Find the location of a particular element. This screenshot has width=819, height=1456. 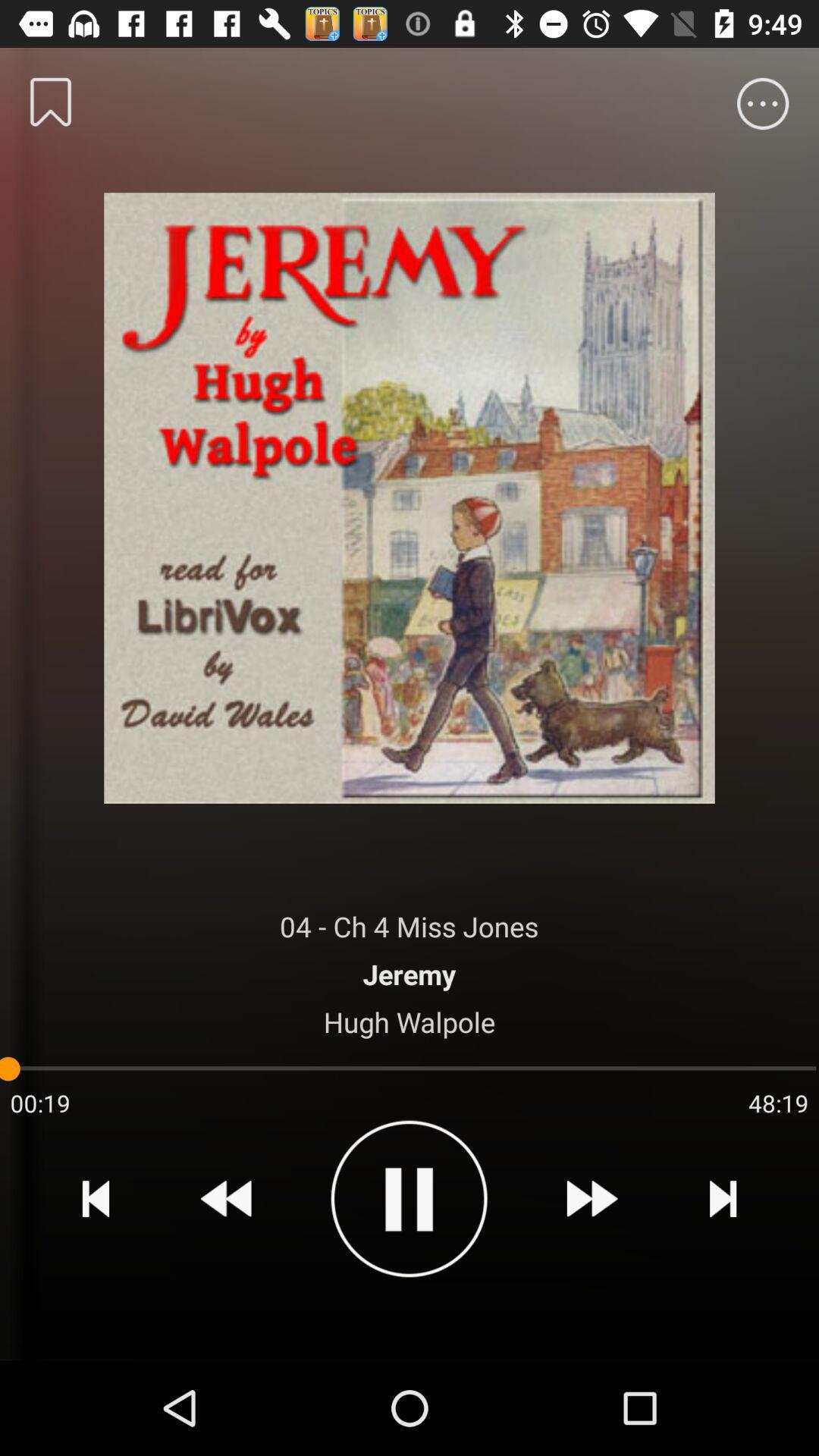

icon below the jeremy item is located at coordinates (409, 1021).